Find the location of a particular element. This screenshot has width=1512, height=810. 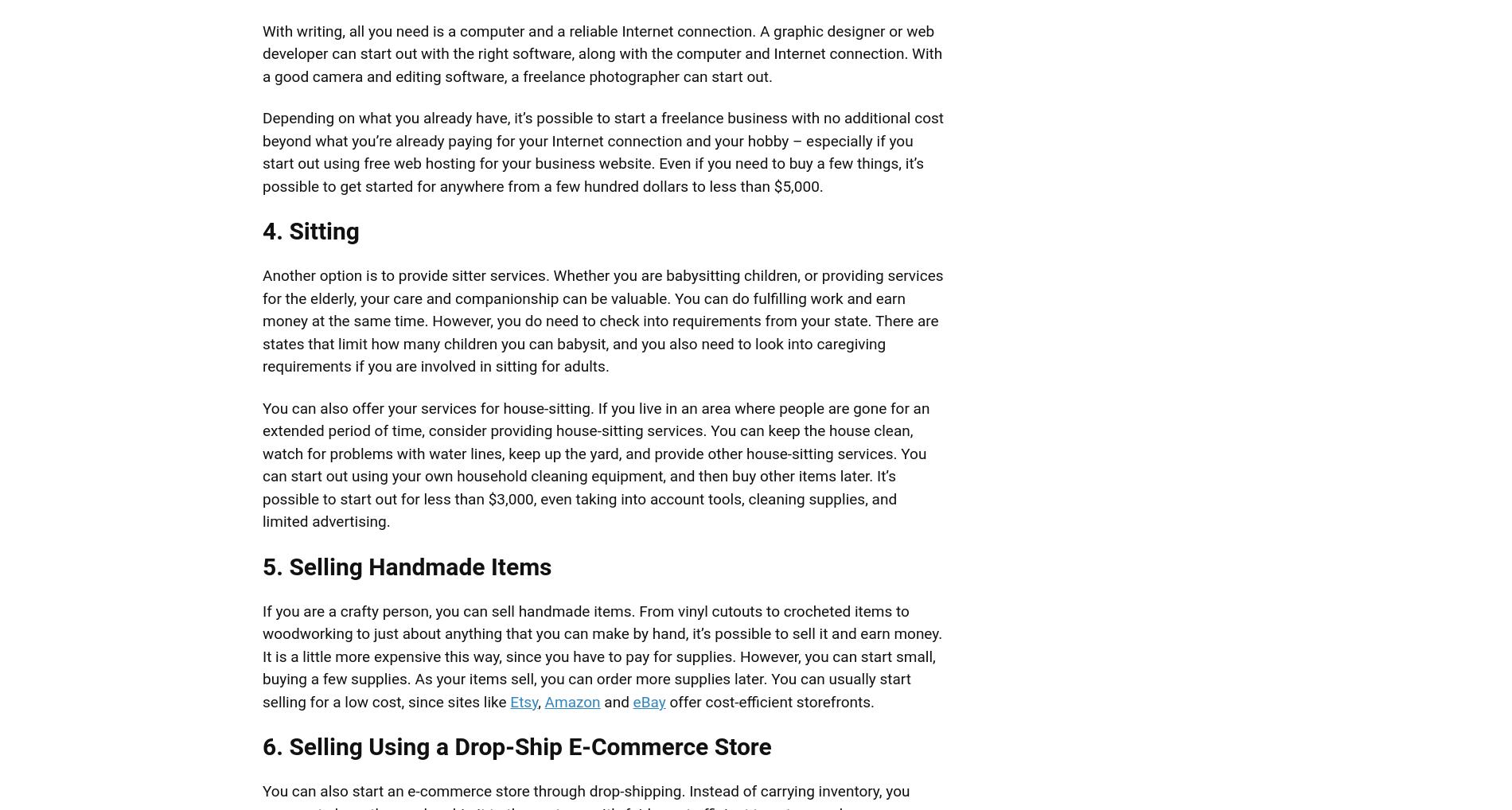

'Depending on what you already have, it’s possible to start a freelance business with no additional cost beyond what you’re already paying for your Internet connection and your hobby – especially if you start out using free web hosting for your business website. Even if you need to buy a few things, it’s possible to get started for anywhere from a few hundred dollars to less than $5,000.' is located at coordinates (602, 151).